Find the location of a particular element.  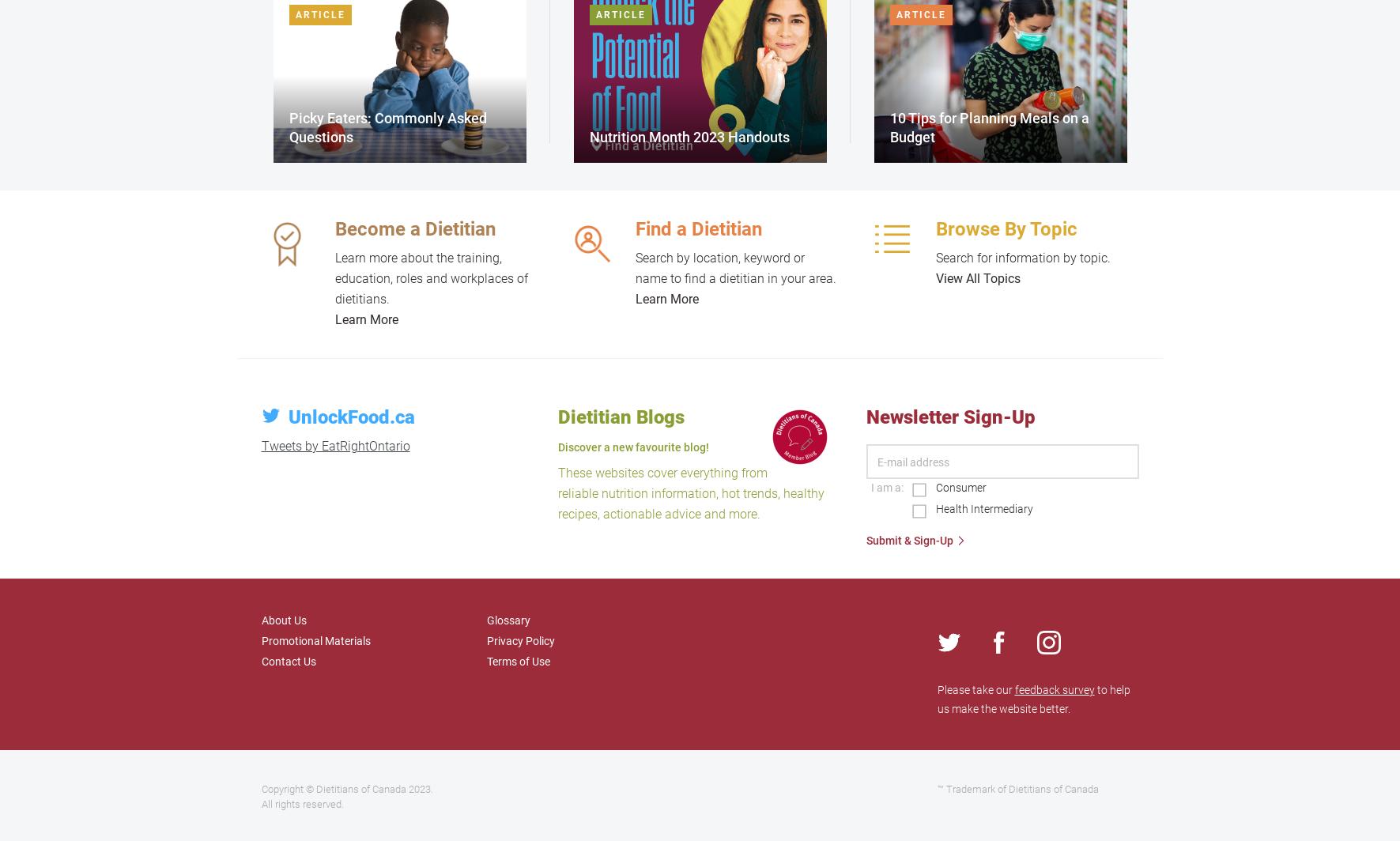

'UnlockFood.ca' is located at coordinates (350, 417).